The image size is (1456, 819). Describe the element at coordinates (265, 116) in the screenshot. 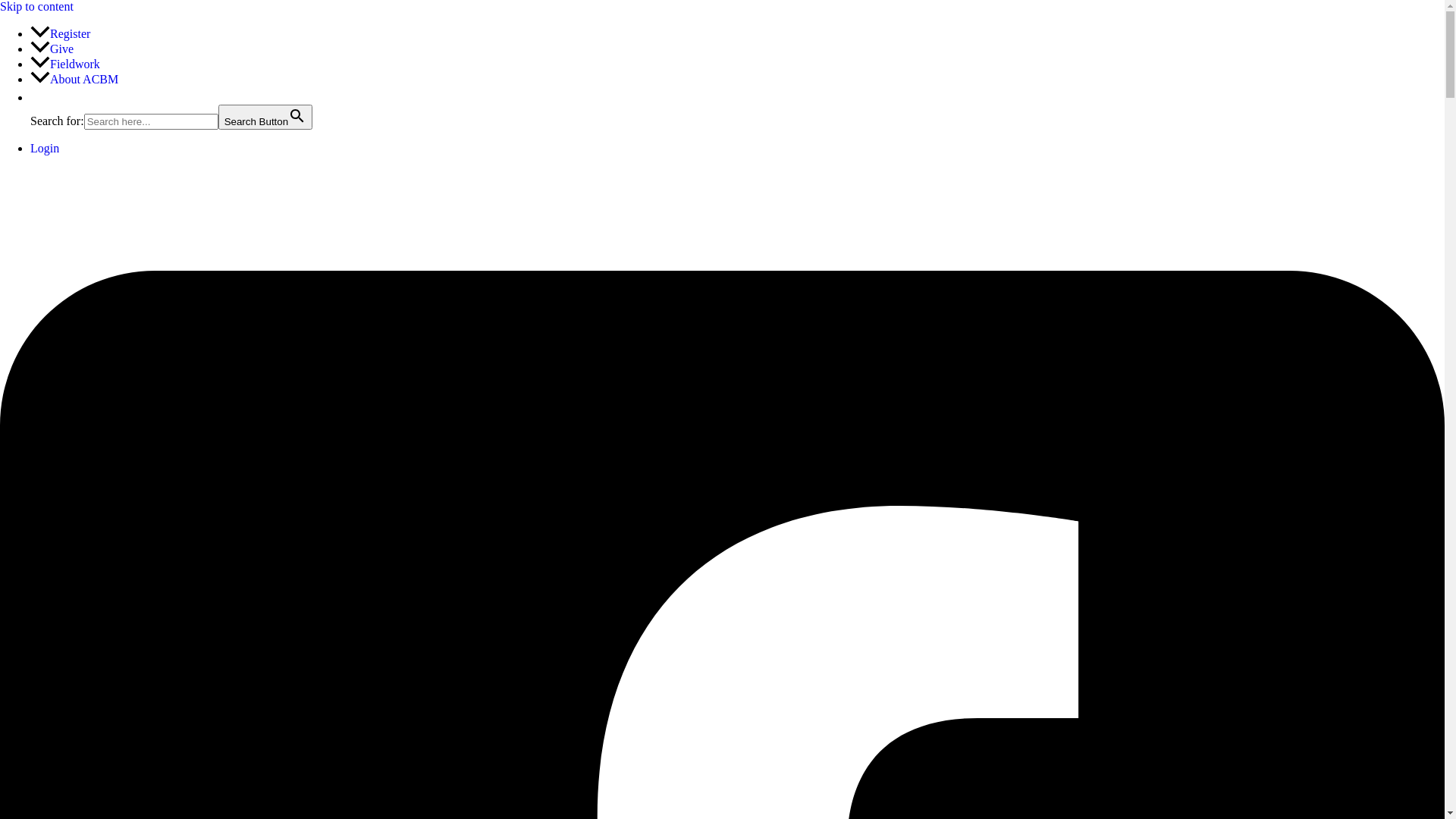

I see `'Search Button'` at that location.